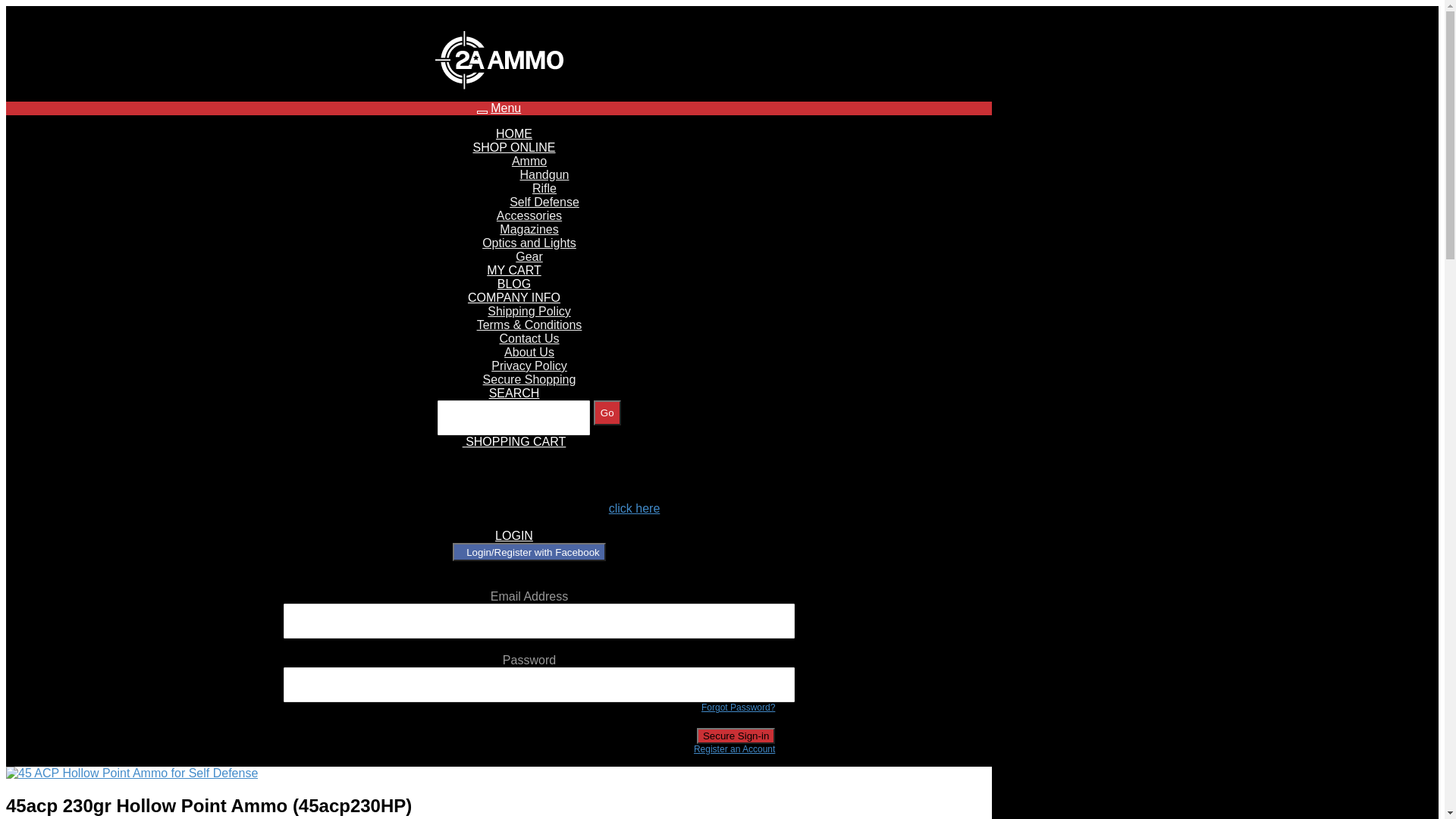  I want to click on 'About Us', so click(529, 352).